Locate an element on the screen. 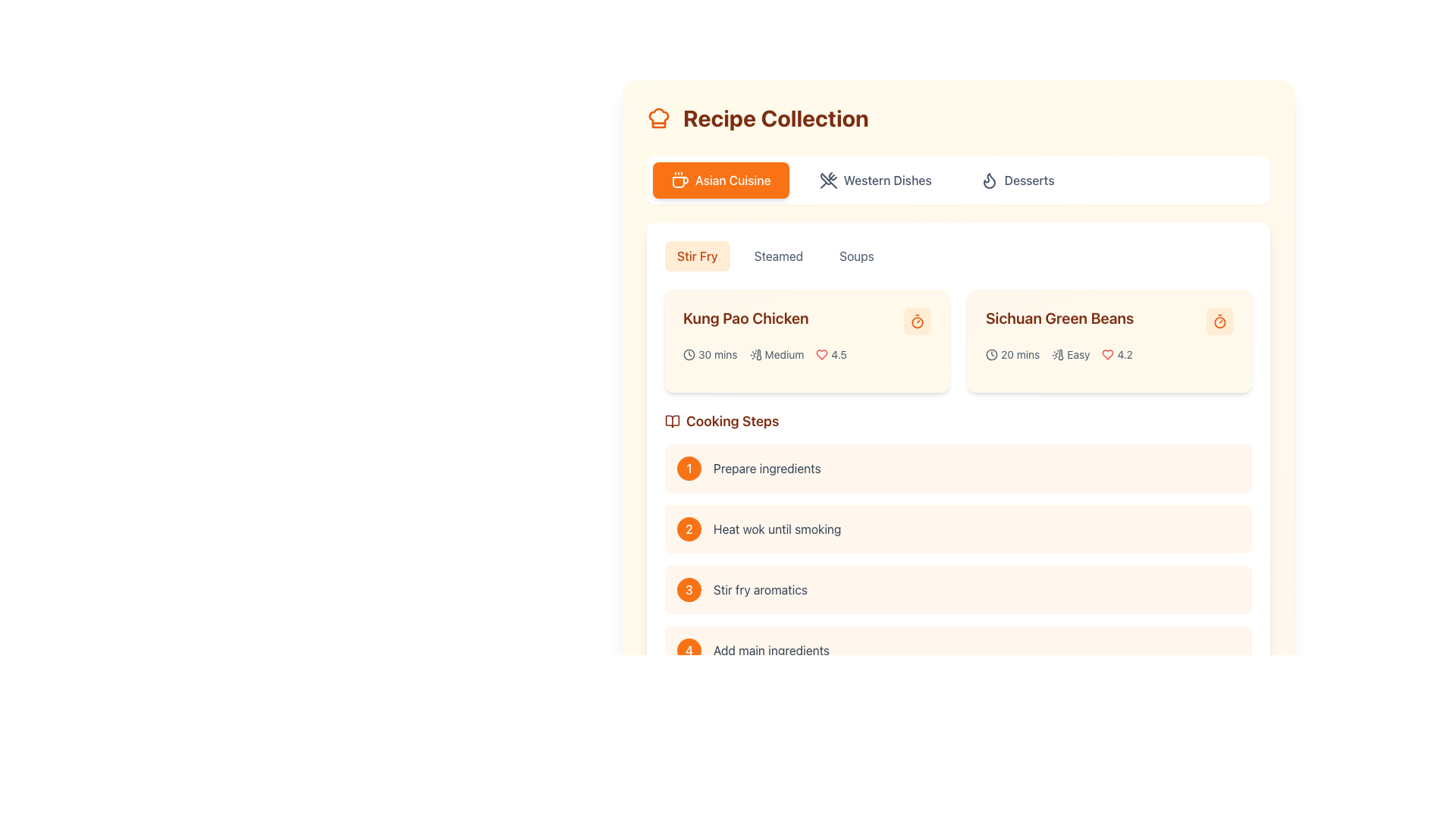 The image size is (1456, 819). the static text label displaying 'Add main ingredients' within a light orange background, part of the steps section, indicating the fourth step is located at coordinates (771, 649).